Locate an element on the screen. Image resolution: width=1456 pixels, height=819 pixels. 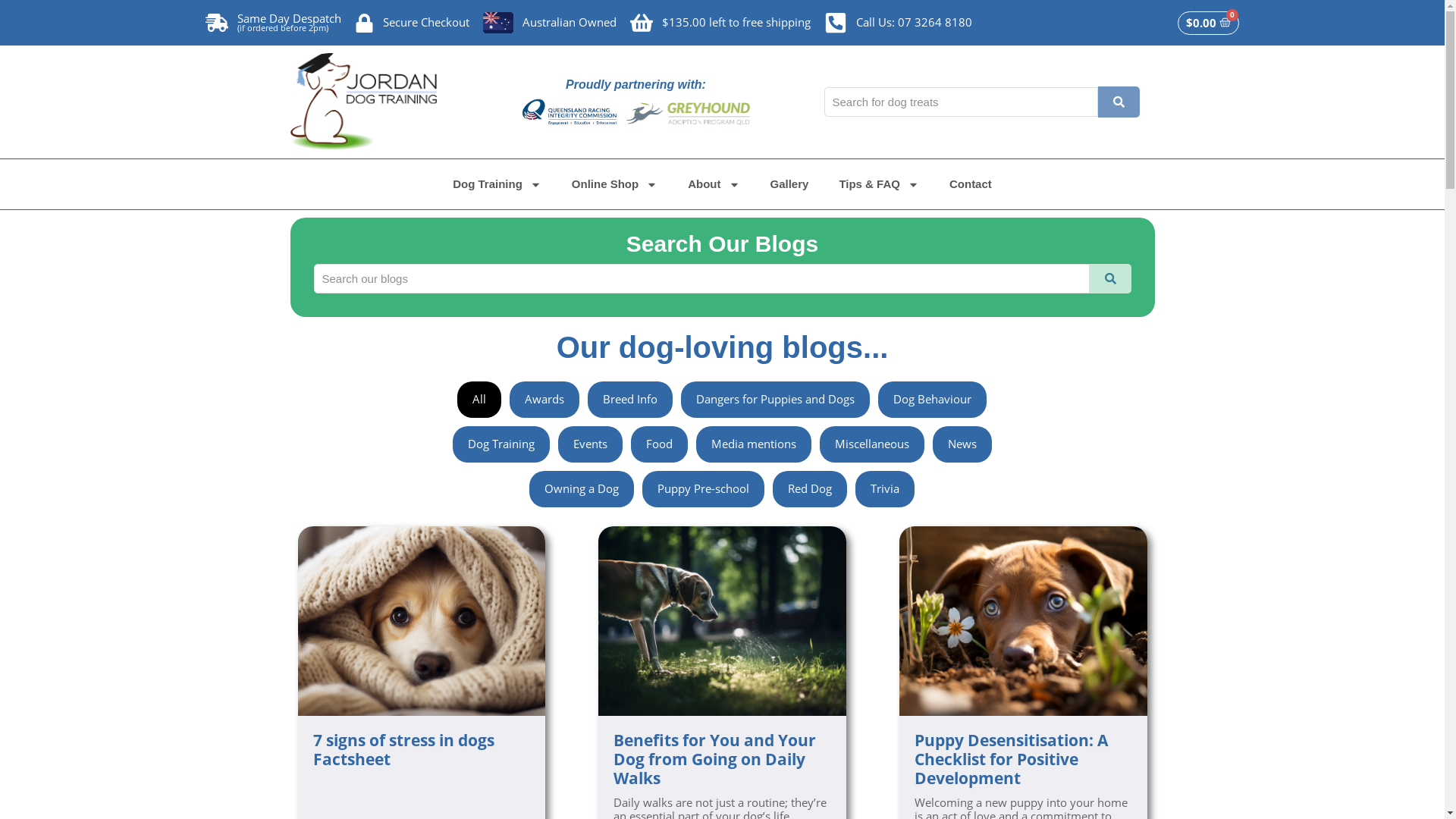
'Dog Behaviour' is located at coordinates (877, 399).